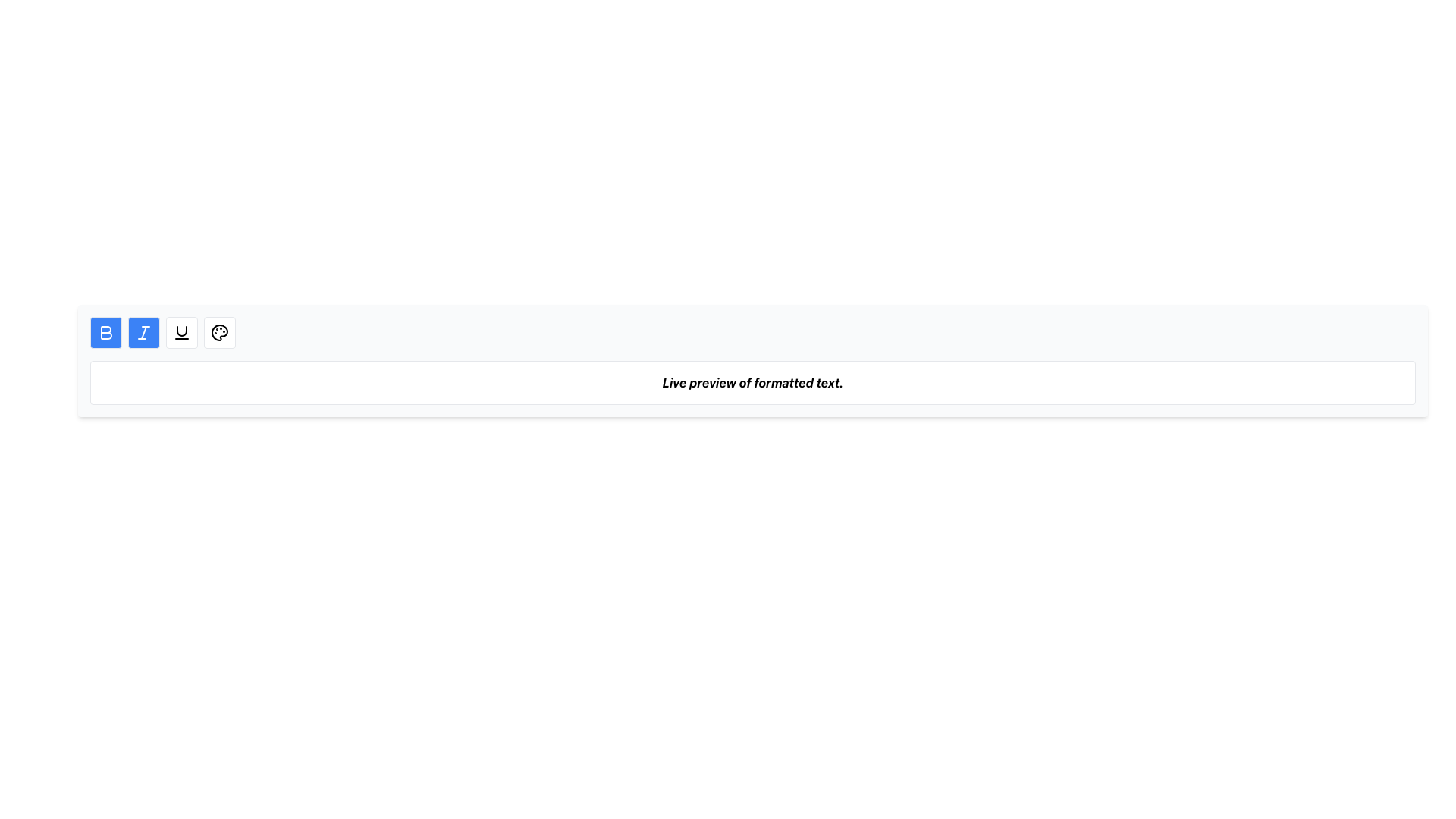 The height and width of the screenshot is (819, 1456). Describe the element at coordinates (182, 332) in the screenshot. I see `the third button from the left in the toolbar, which has a white background, black border, and an underlined 'U' icon` at that location.